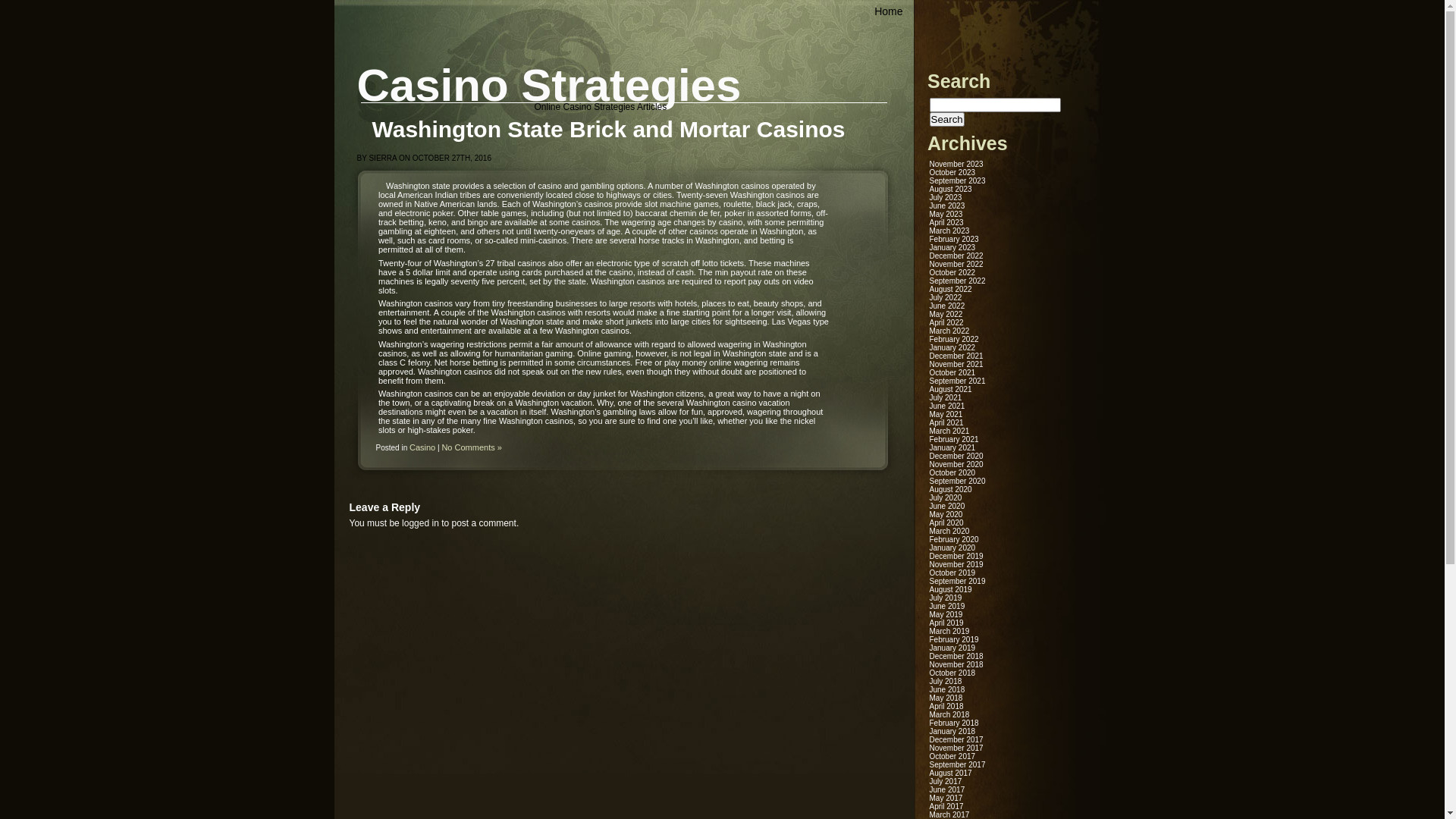  What do you see at coordinates (949, 188) in the screenshot?
I see `'August 2023'` at bounding box center [949, 188].